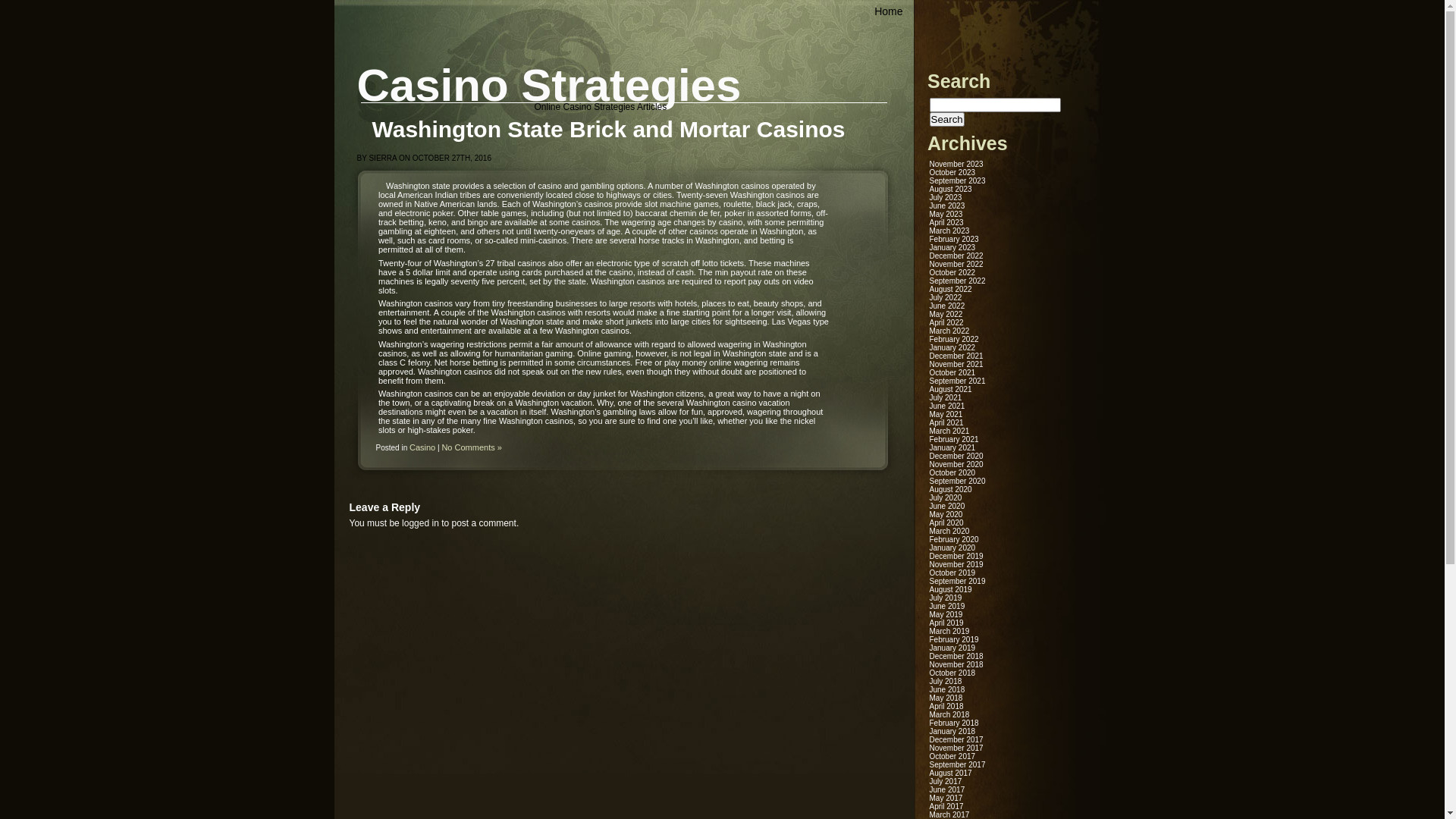  What do you see at coordinates (949, 188) in the screenshot?
I see `'August 2023'` at bounding box center [949, 188].